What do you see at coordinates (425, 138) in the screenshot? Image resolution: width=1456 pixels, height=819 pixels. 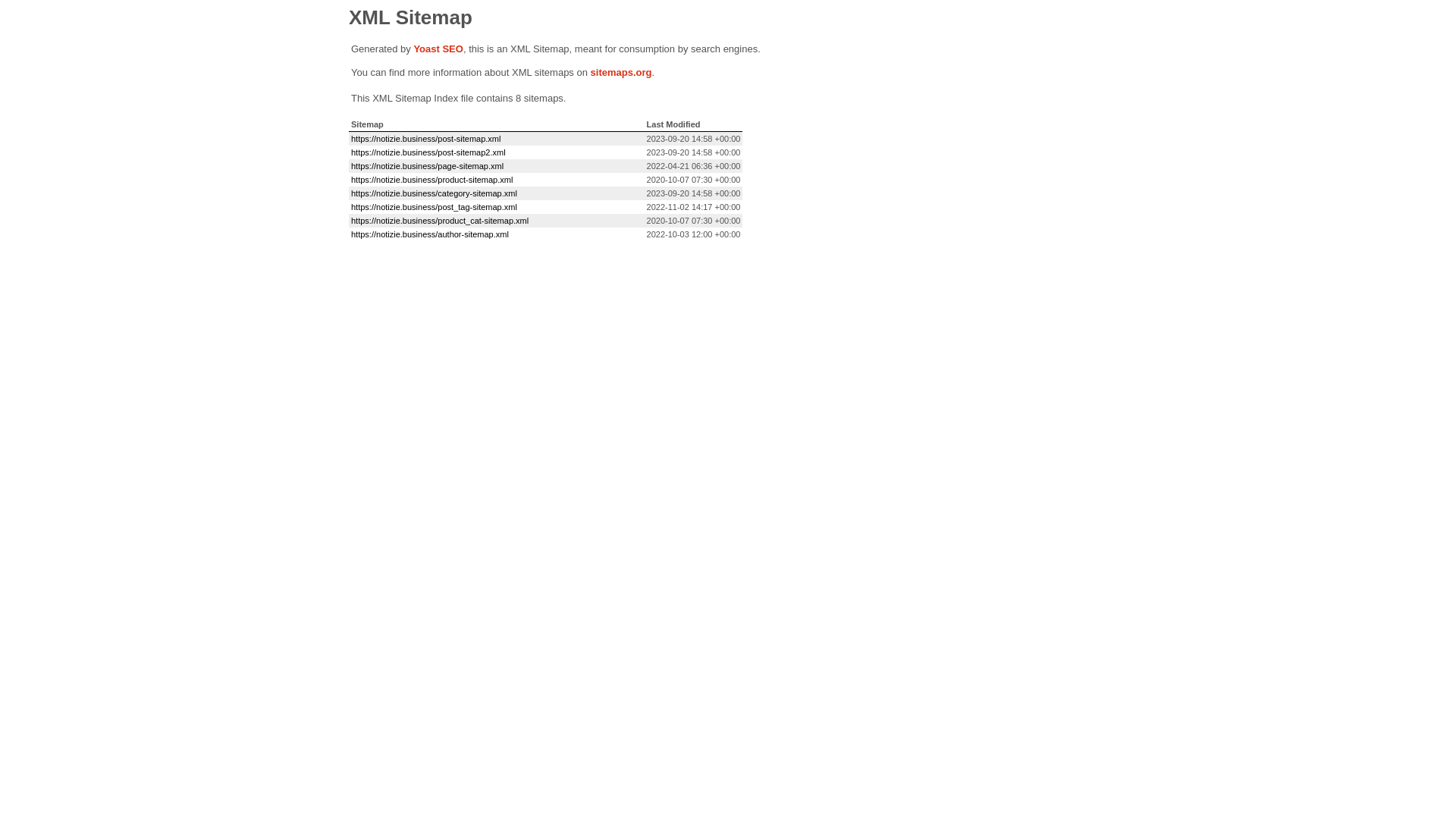 I see `'https://notizie.business/post-sitemap.xml'` at bounding box center [425, 138].